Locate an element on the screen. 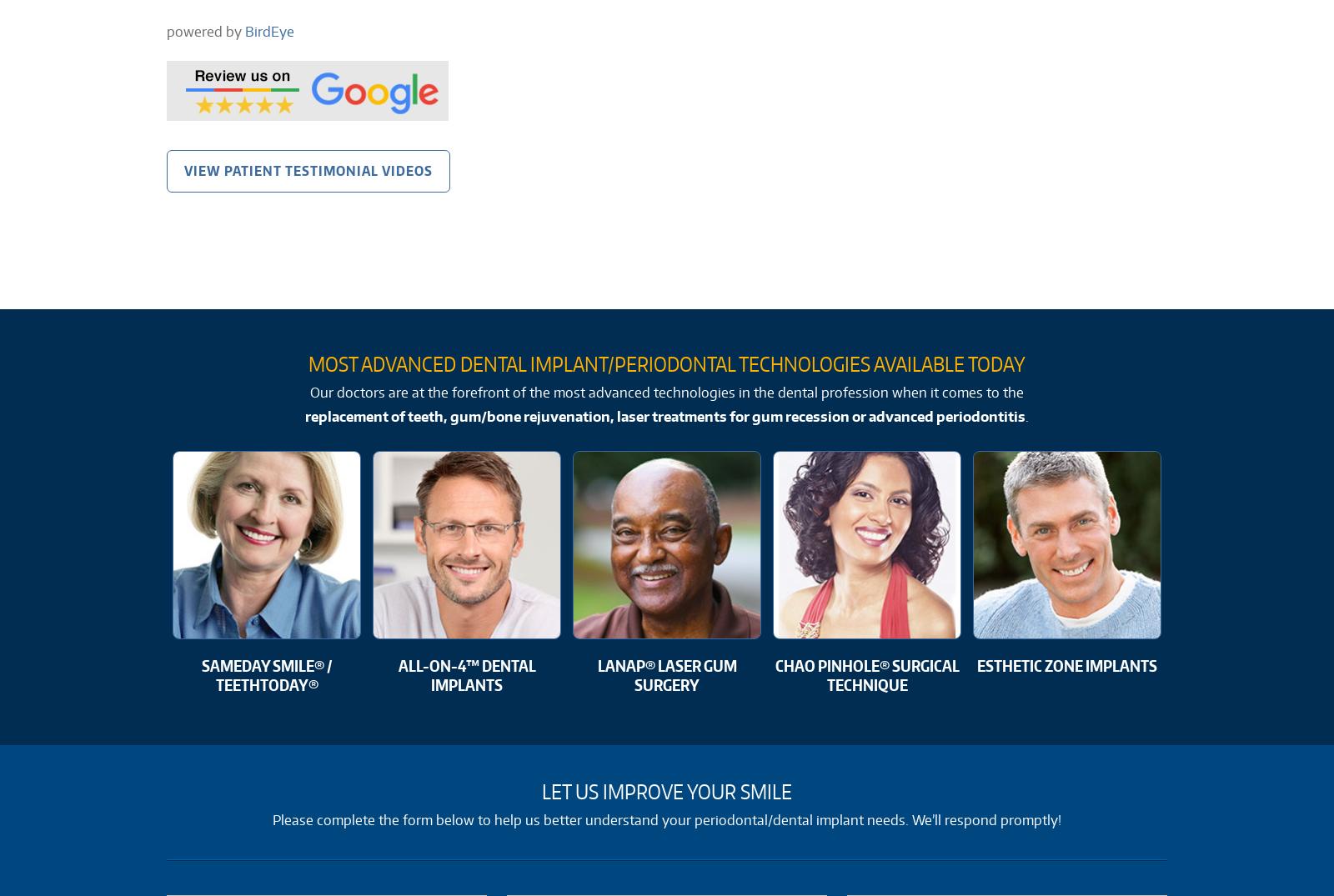 Image resolution: width=1334 pixels, height=896 pixels. 'Let Us Improve Your Smile' is located at coordinates (541, 790).